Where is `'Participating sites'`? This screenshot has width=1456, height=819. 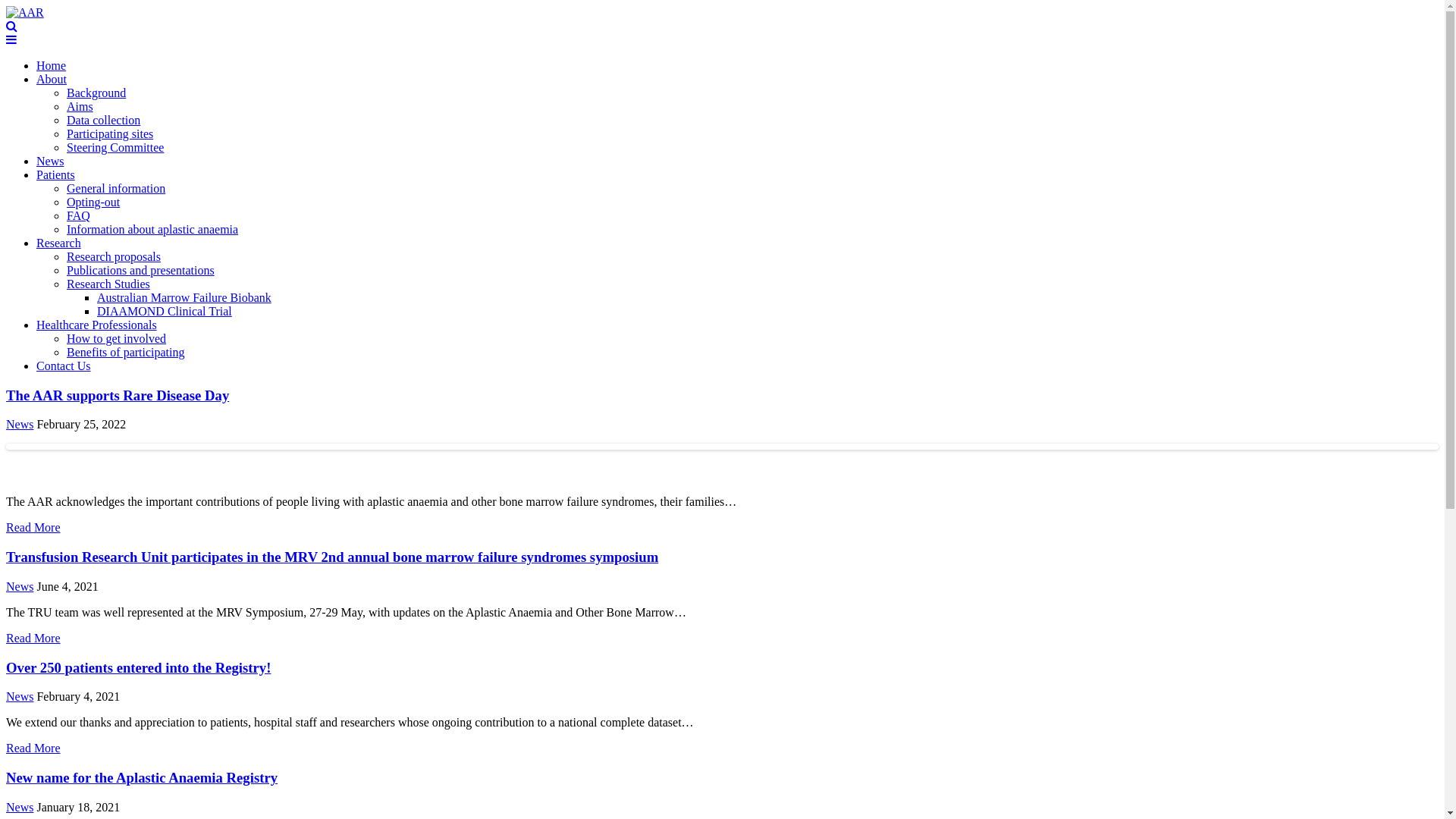
'Participating sites' is located at coordinates (108, 133).